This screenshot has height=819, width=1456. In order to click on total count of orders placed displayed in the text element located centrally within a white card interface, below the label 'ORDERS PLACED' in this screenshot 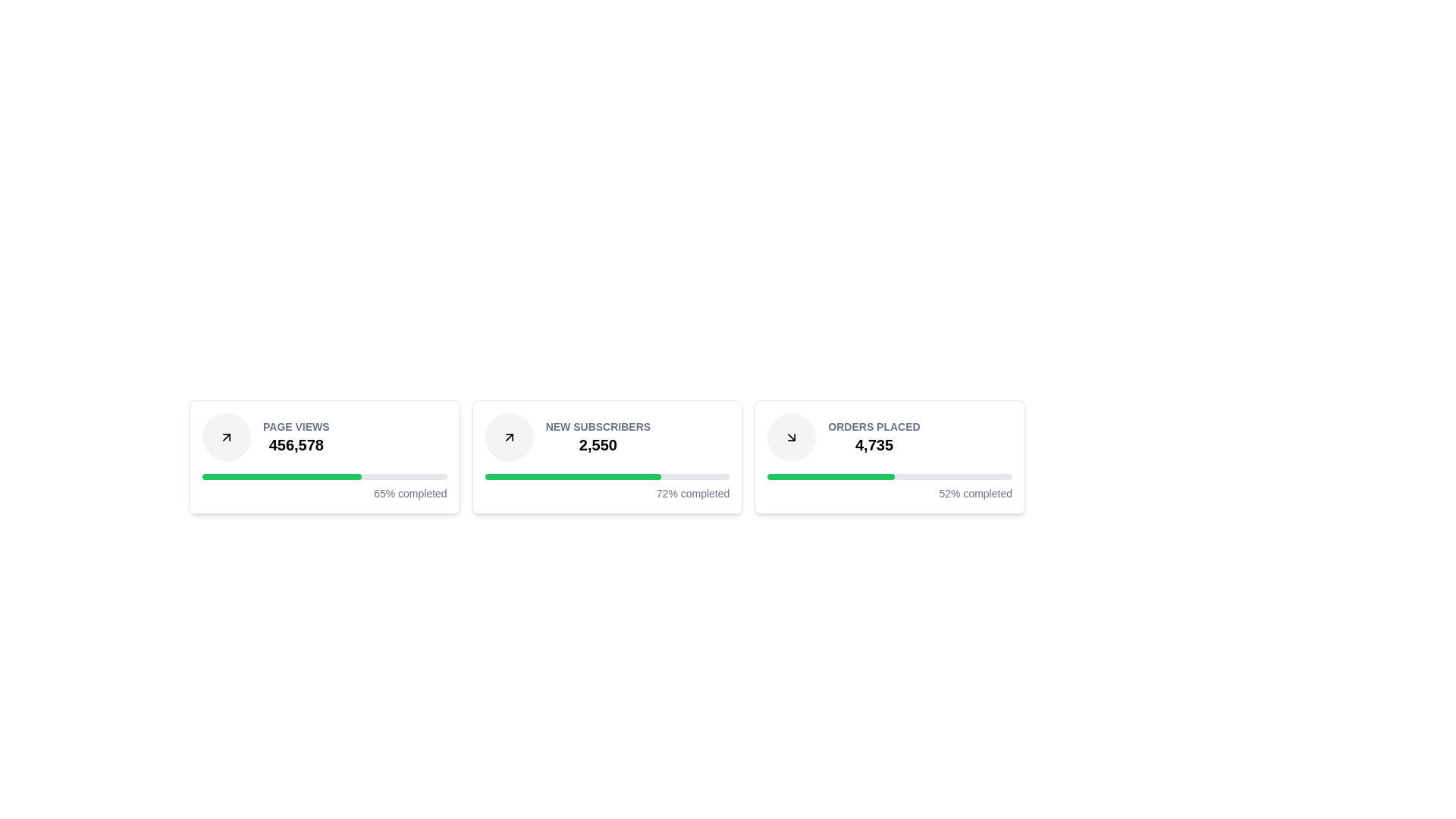, I will do `click(874, 444)`.